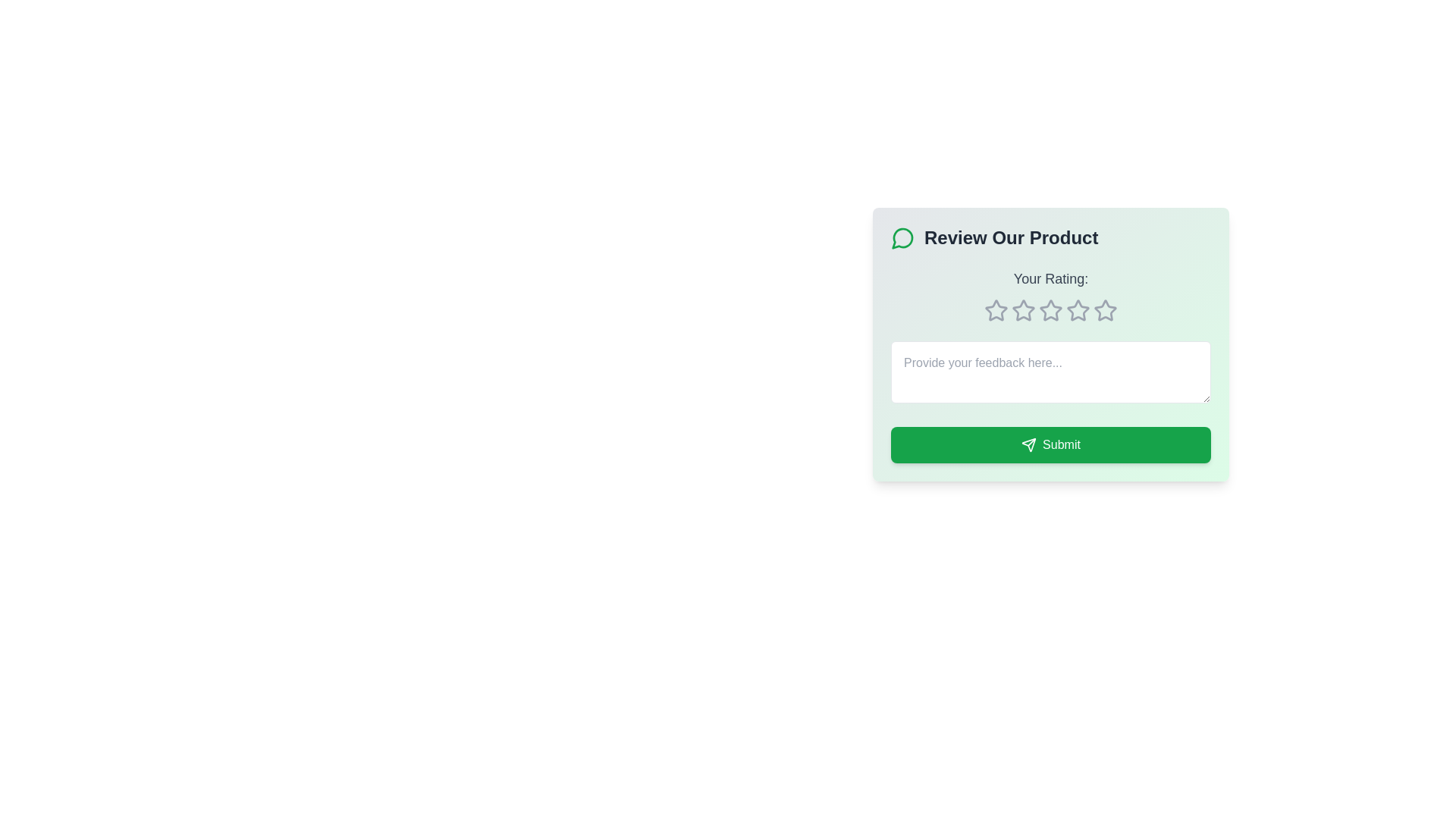 This screenshot has width=1456, height=819. I want to click on the green 'Submit' button which contains an icon indicating the action of submitting the form, so click(1029, 444).